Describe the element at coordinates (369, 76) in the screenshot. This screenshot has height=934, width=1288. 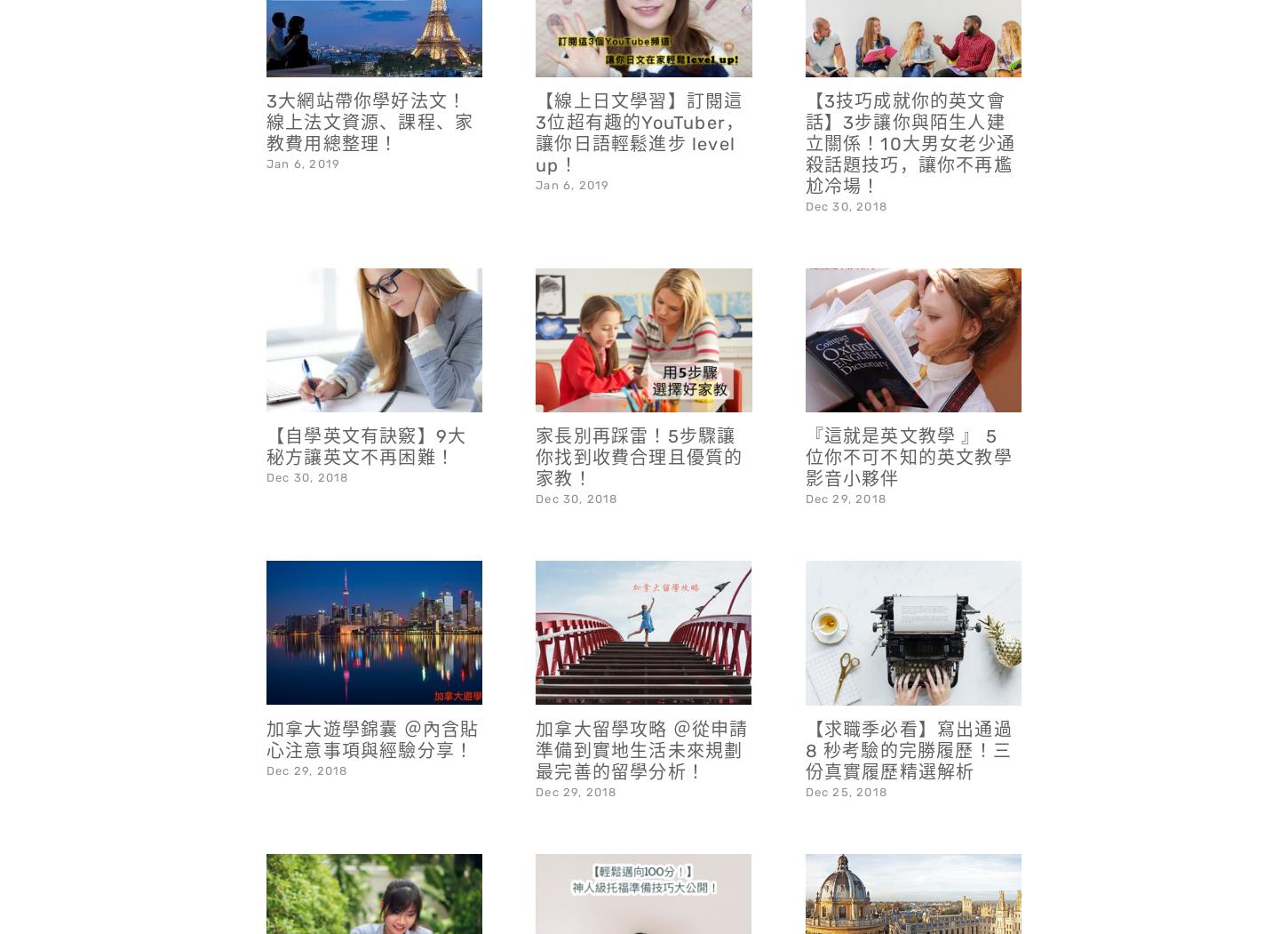
I see `'3大網站帶你學好法文！線上法文資源、課程、家教費用總整理！'` at that location.